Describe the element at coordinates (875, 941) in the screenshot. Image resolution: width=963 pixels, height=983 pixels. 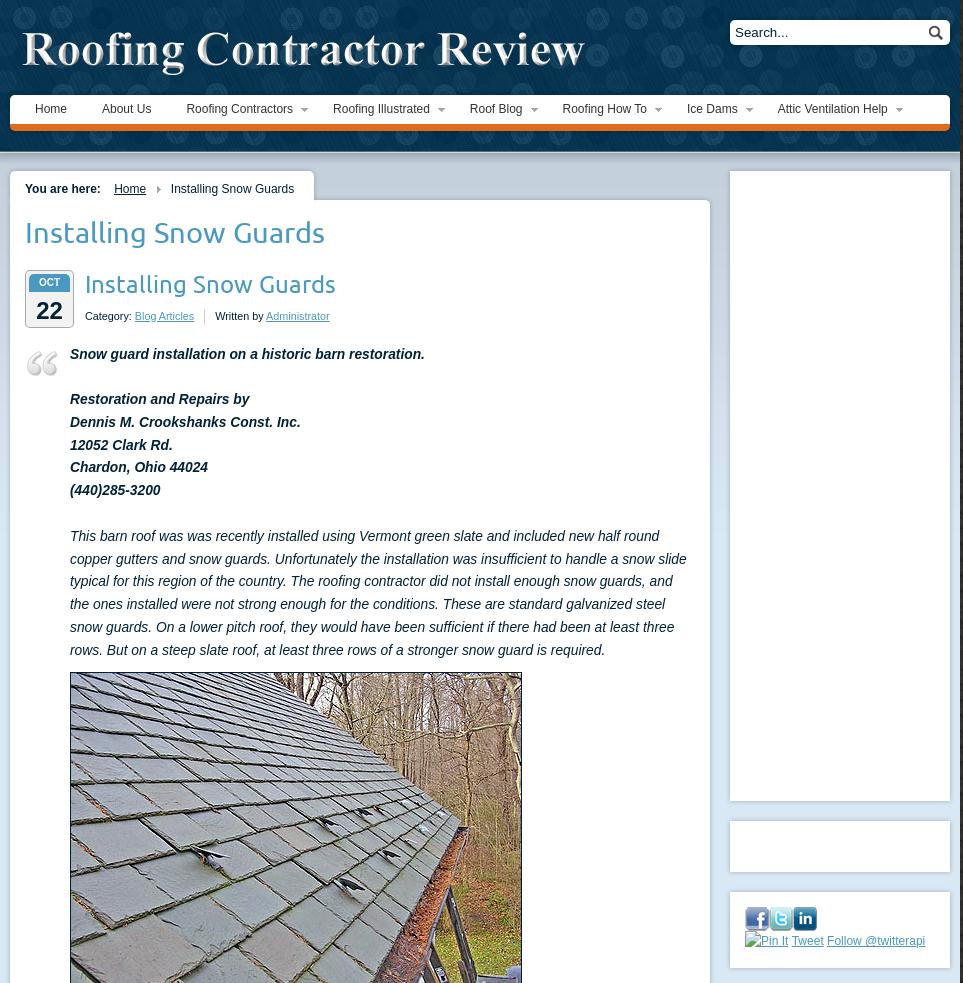
I see `'Follow @twitterapi'` at that location.